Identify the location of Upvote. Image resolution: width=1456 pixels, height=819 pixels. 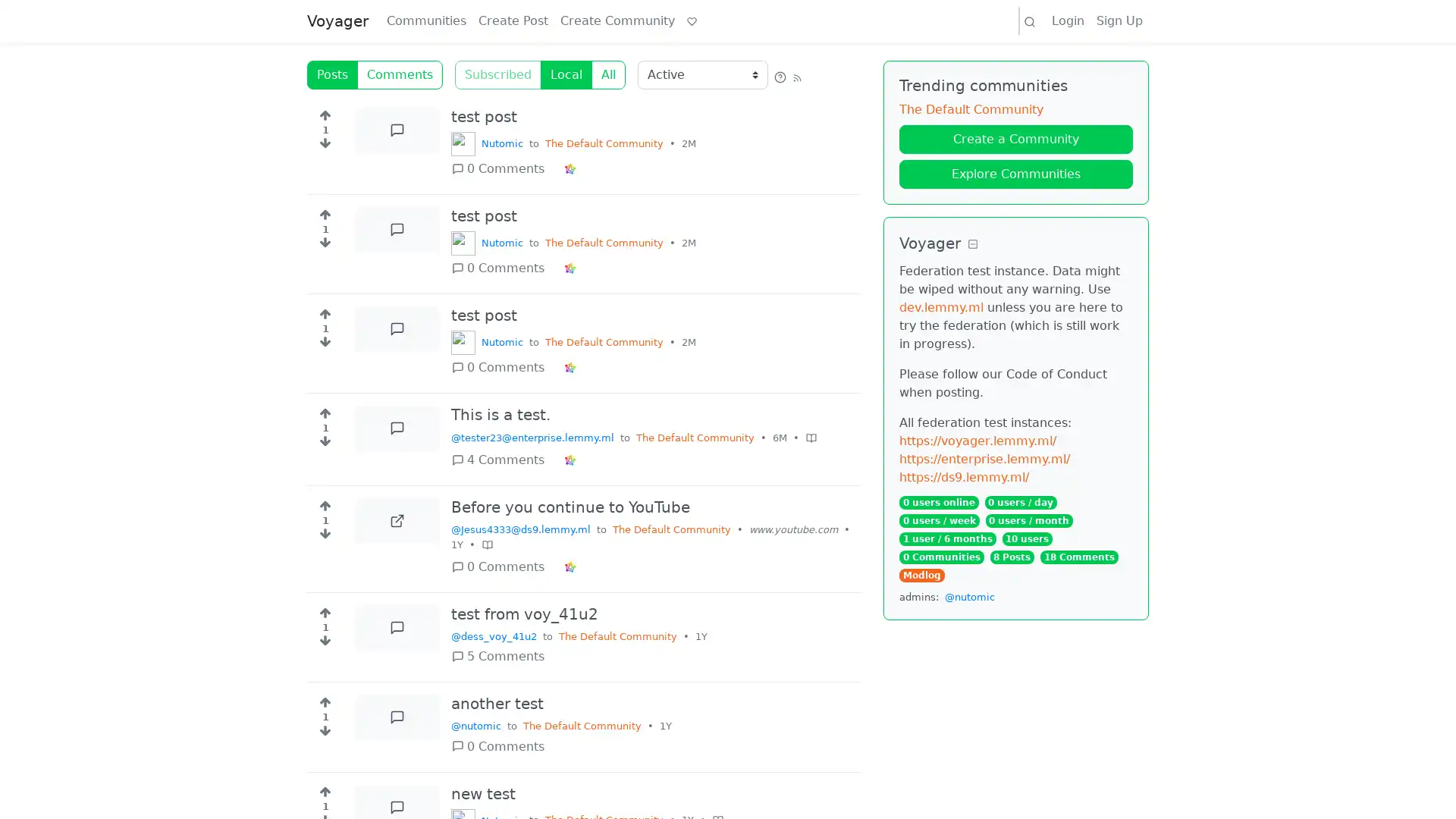
(324, 409).